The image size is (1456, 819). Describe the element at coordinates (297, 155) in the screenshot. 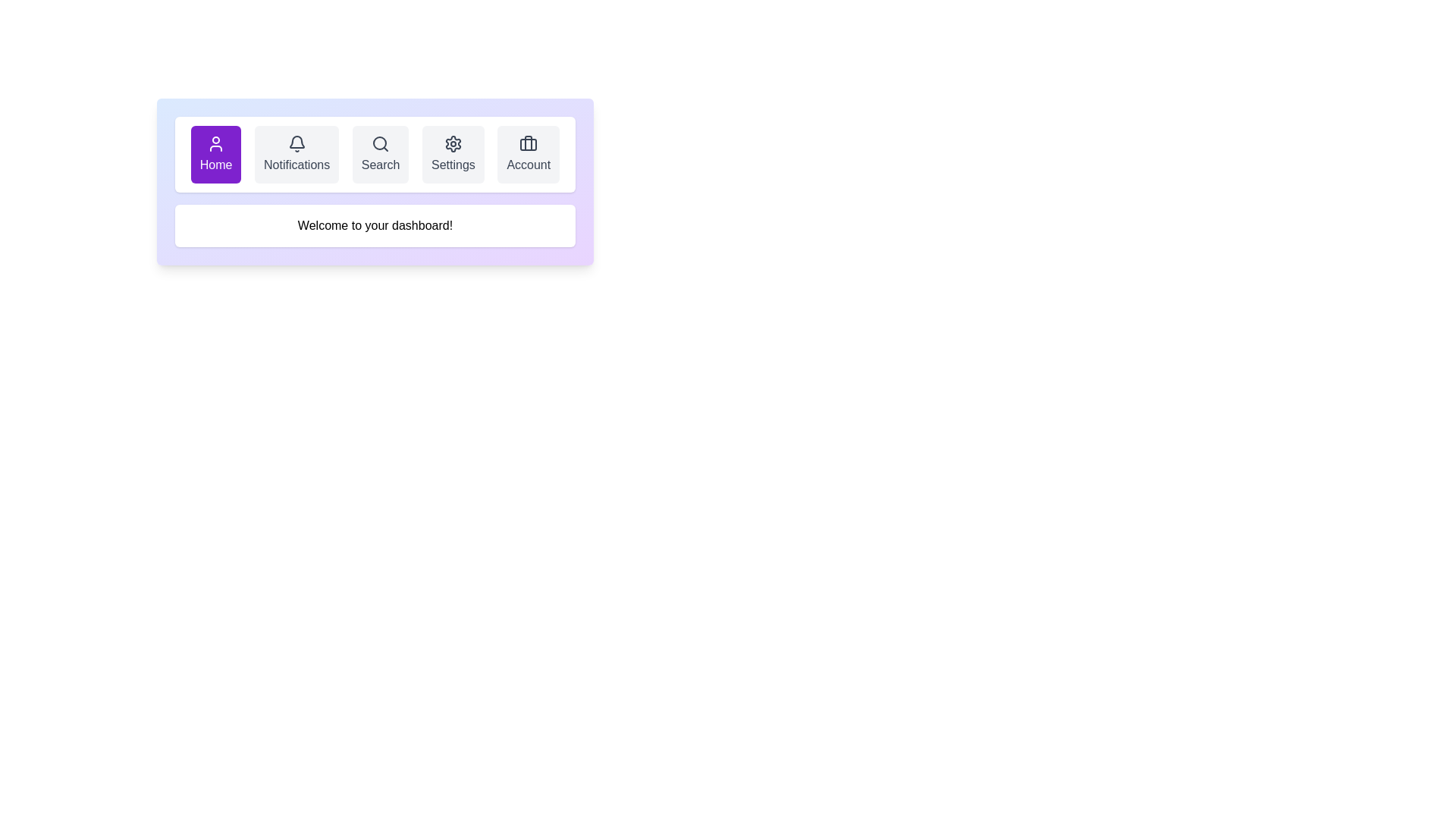

I see `the notifications button located in the horizontal navigation bar, positioned between the 'Home' and 'Search' buttons` at that location.